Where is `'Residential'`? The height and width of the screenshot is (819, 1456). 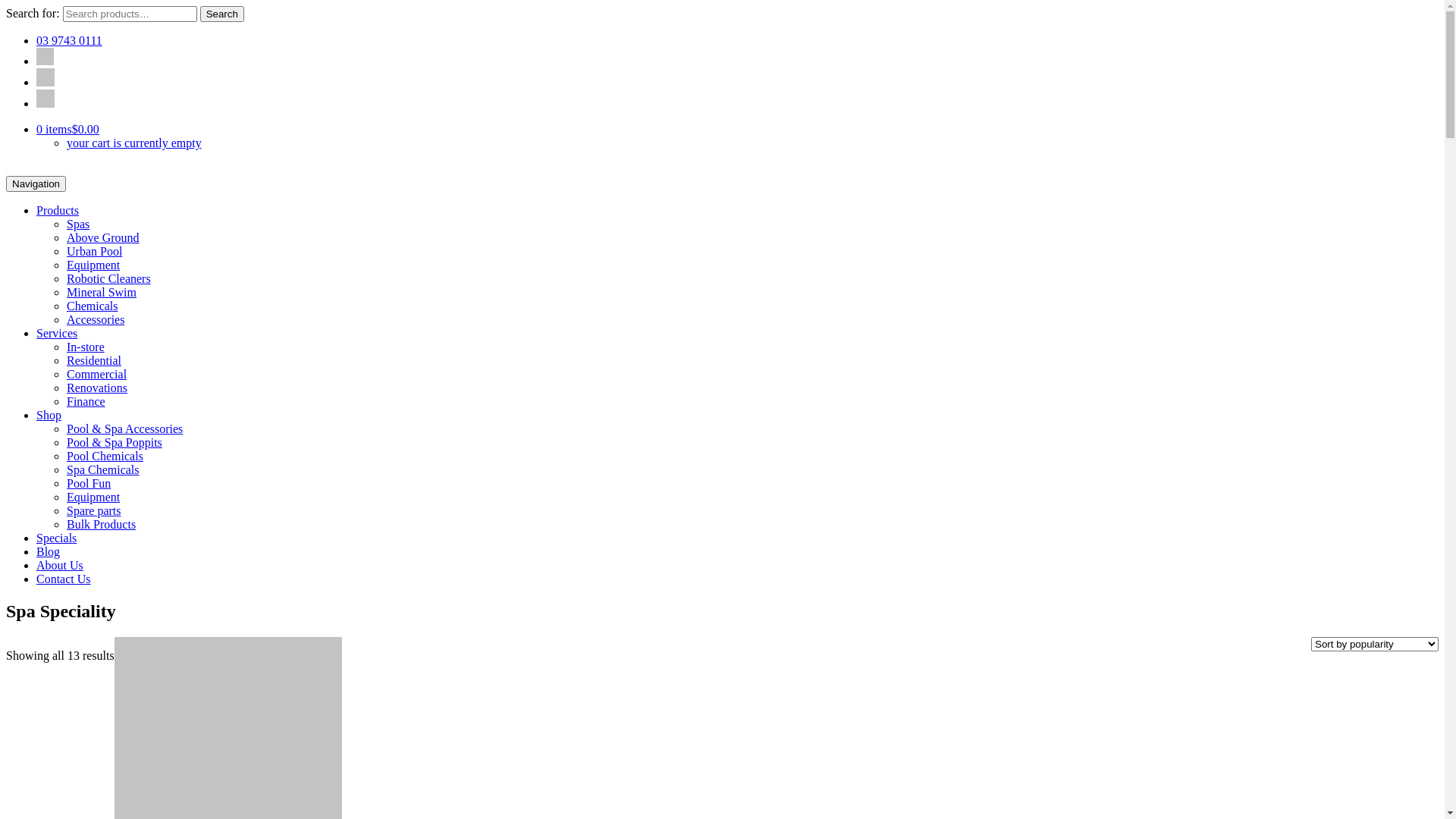
'Residential' is located at coordinates (93, 360).